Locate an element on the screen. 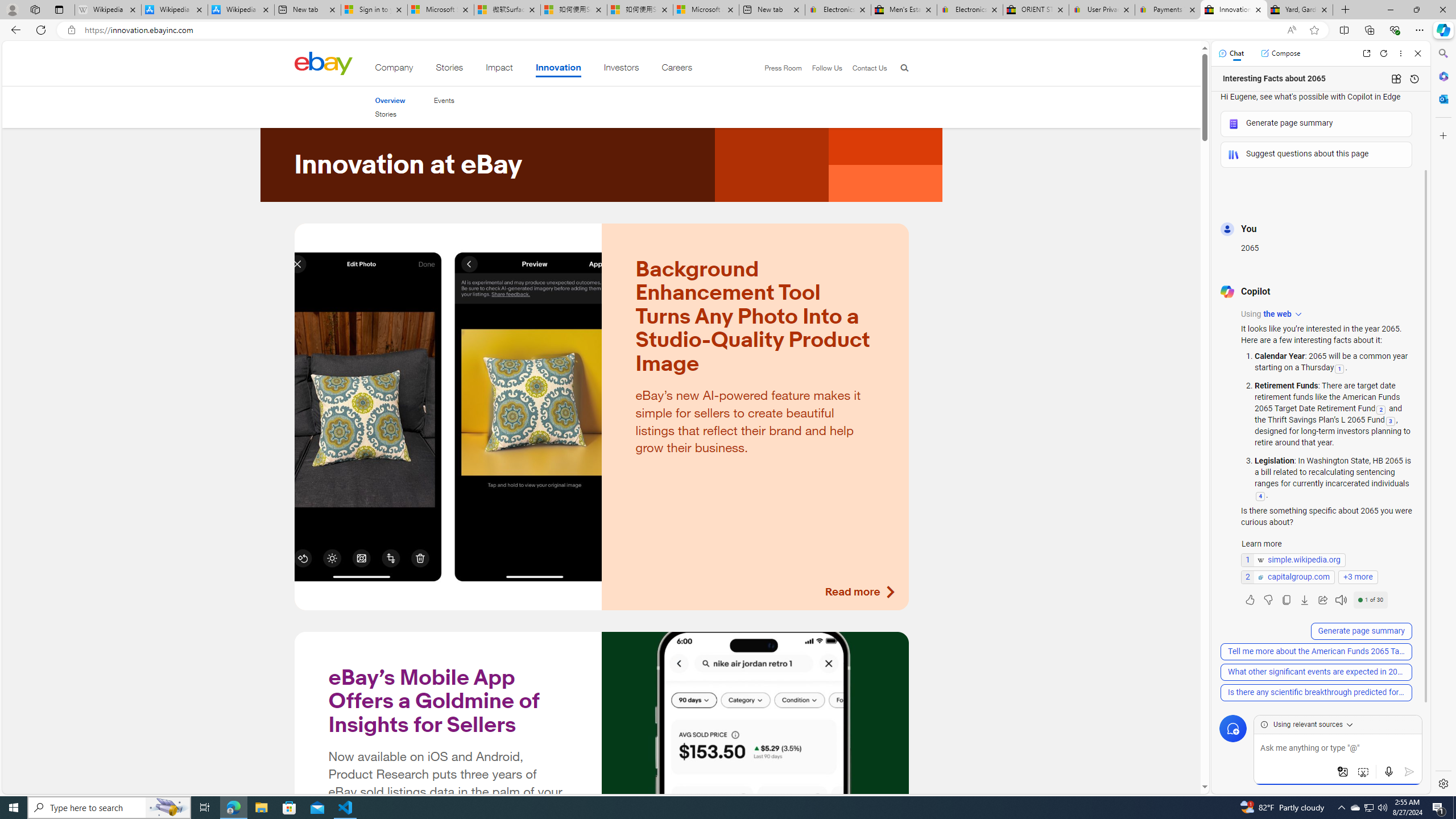  'Company' is located at coordinates (394, 69).